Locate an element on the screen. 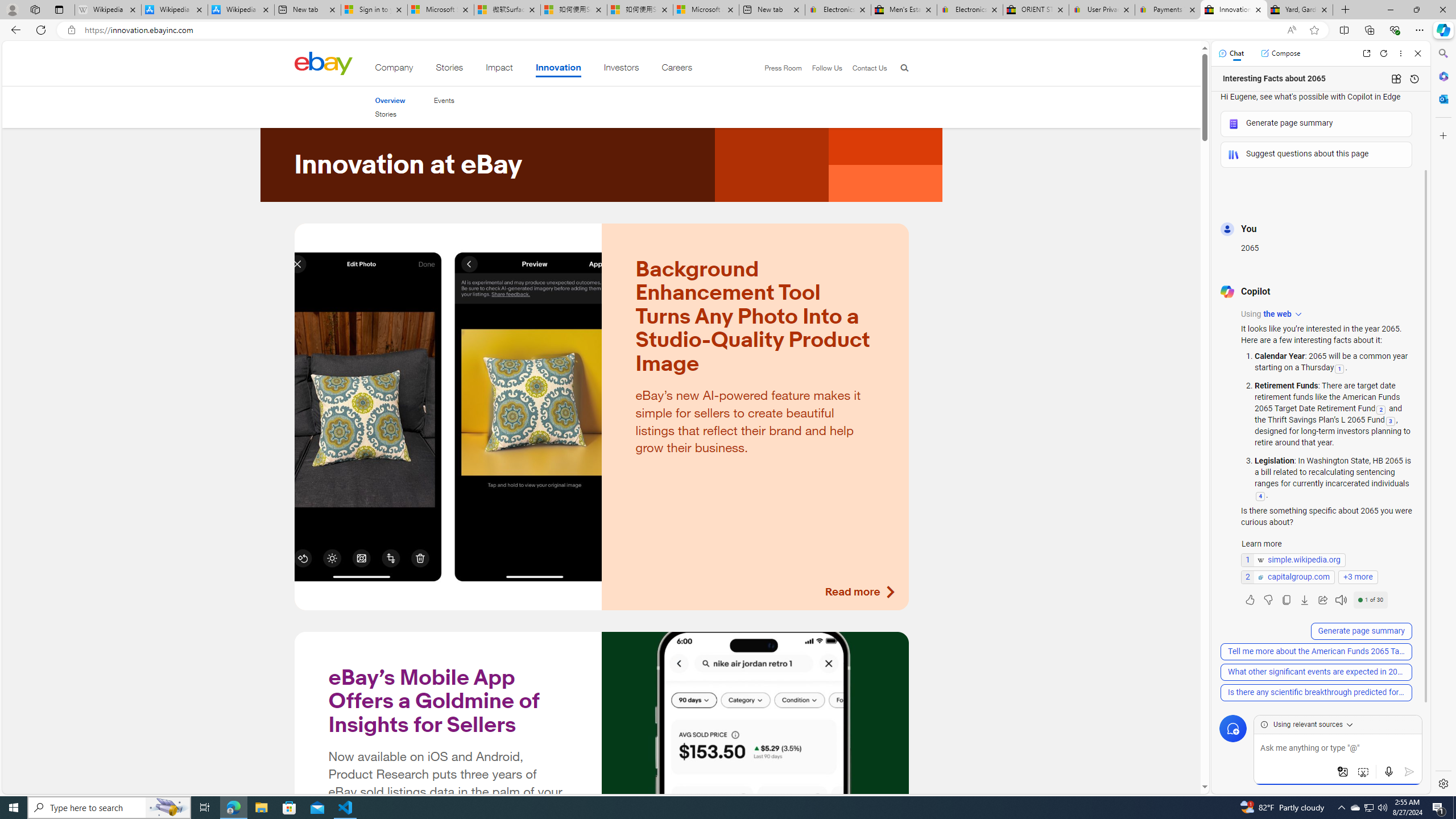  'Company' is located at coordinates (394, 69).